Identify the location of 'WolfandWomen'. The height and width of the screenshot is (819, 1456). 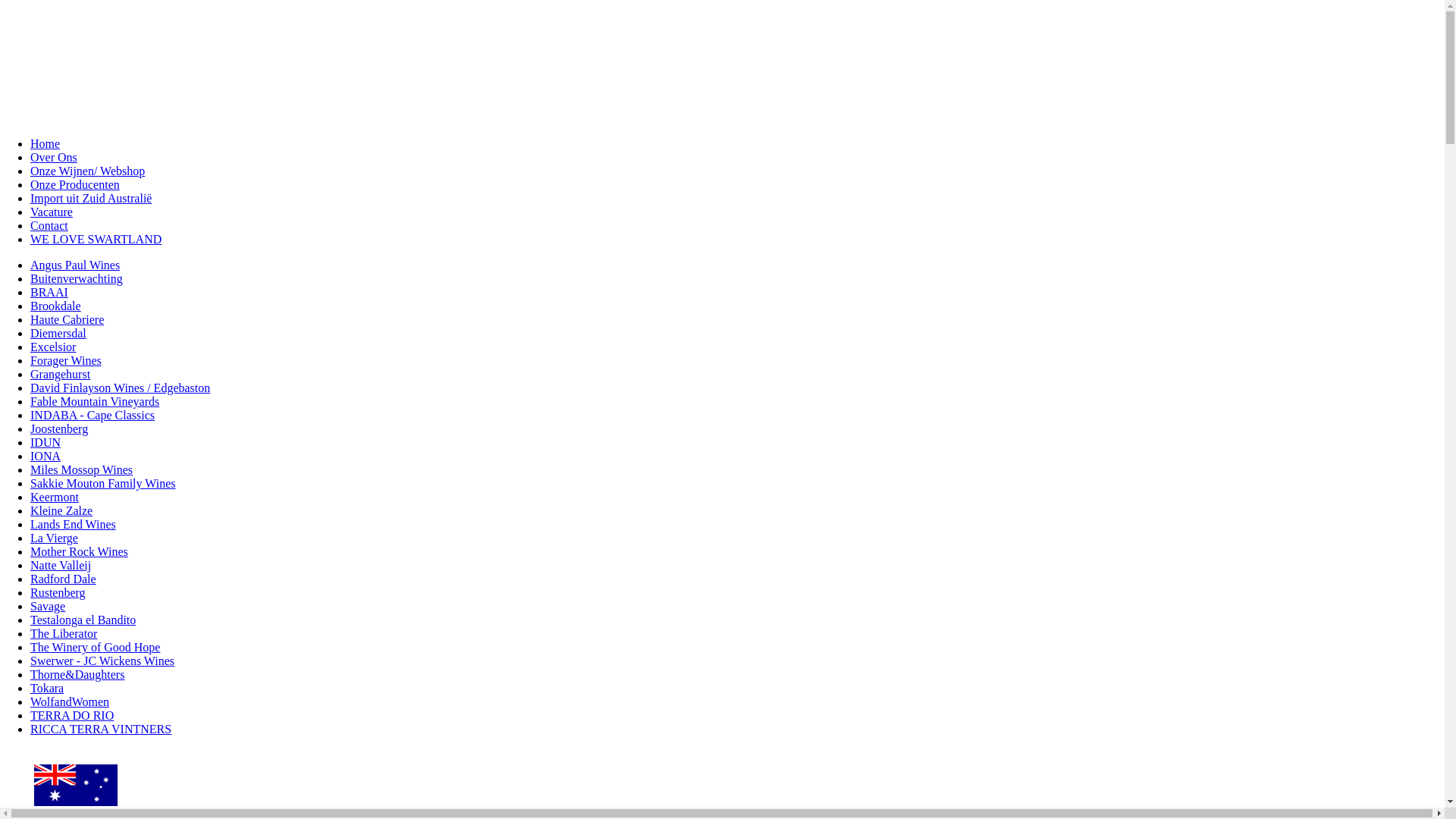
(68, 701).